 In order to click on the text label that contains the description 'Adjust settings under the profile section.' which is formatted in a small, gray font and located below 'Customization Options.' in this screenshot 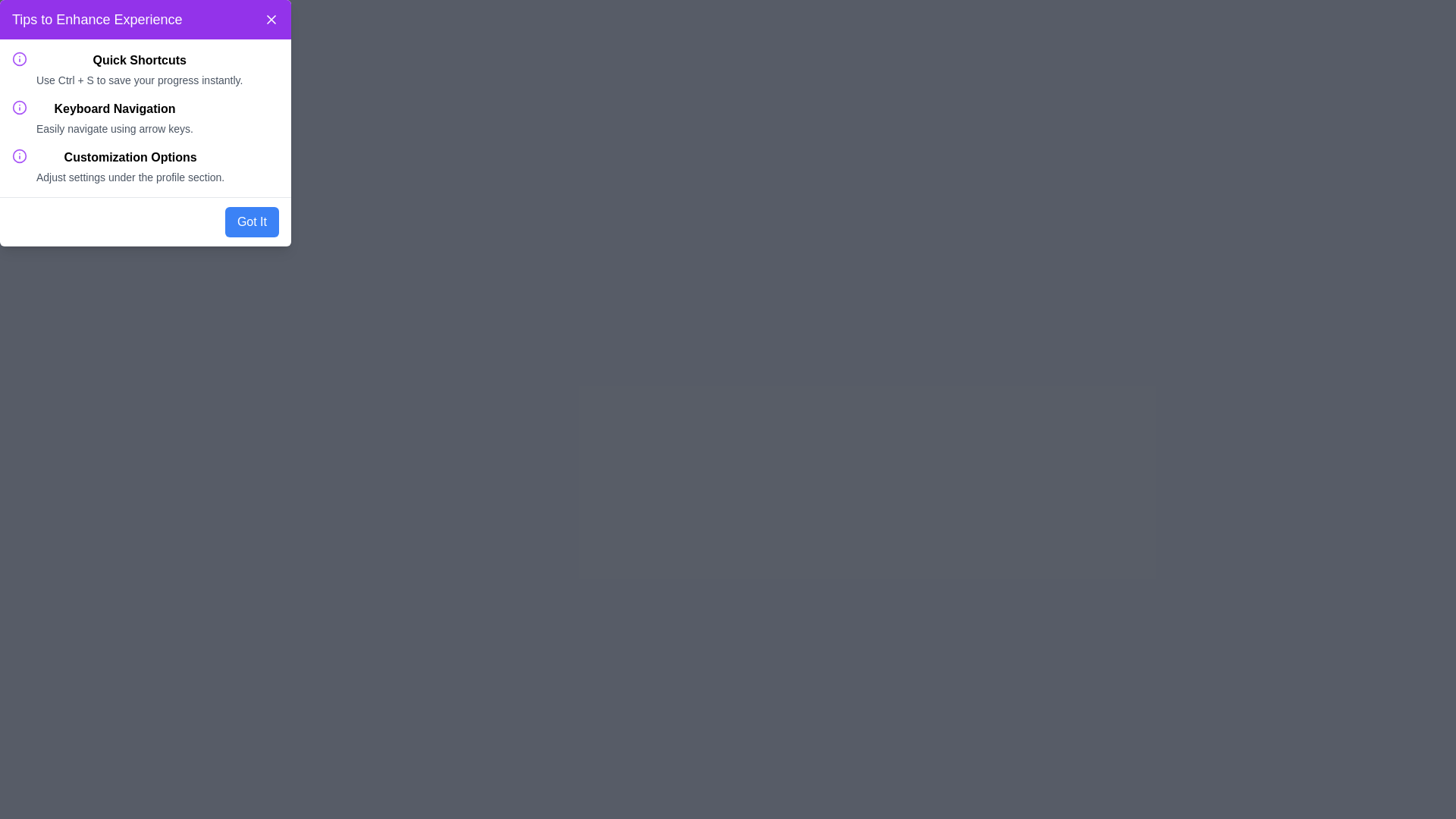, I will do `click(130, 177)`.